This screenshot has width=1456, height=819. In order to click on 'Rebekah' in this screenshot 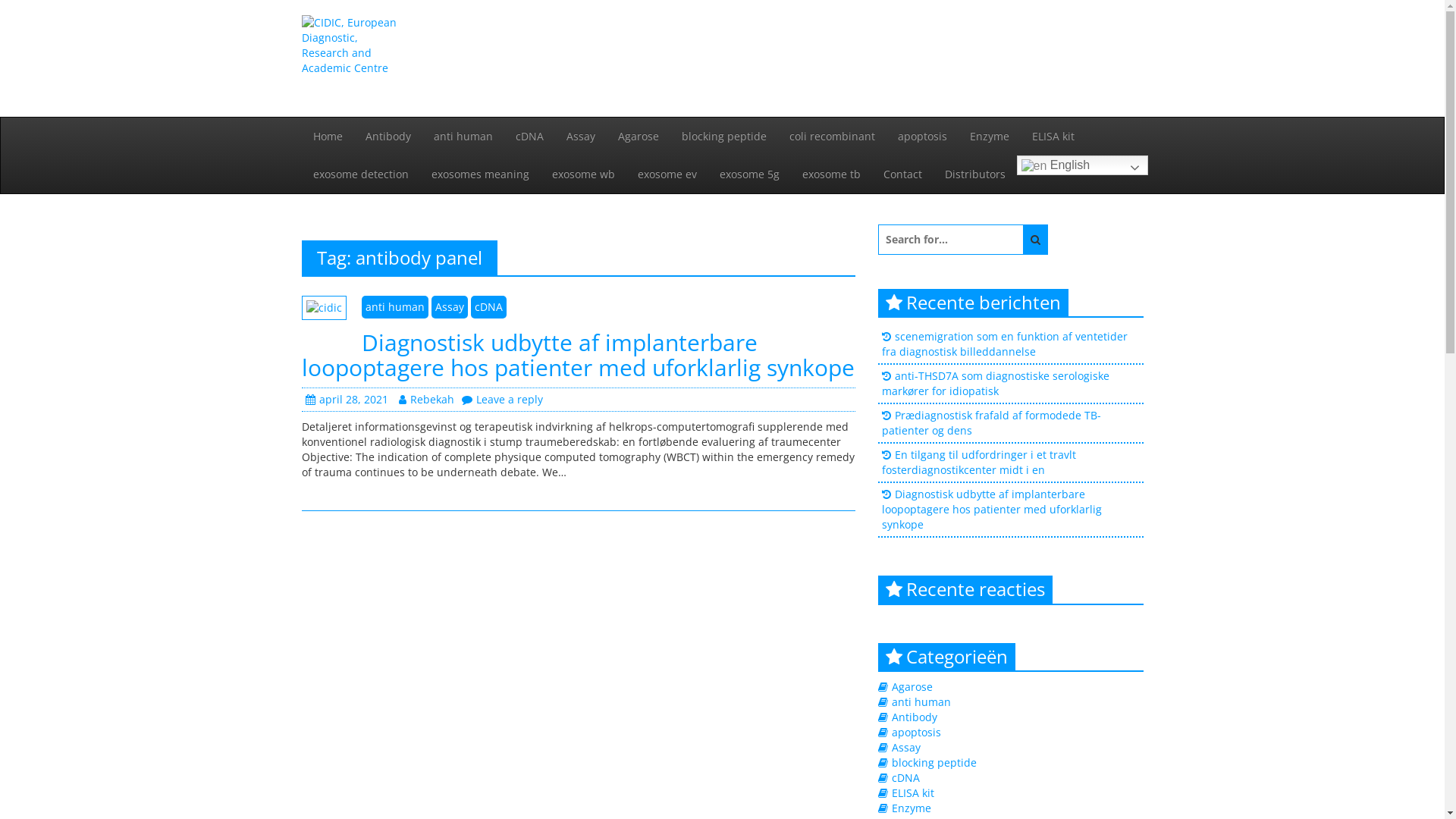, I will do `click(425, 398)`.